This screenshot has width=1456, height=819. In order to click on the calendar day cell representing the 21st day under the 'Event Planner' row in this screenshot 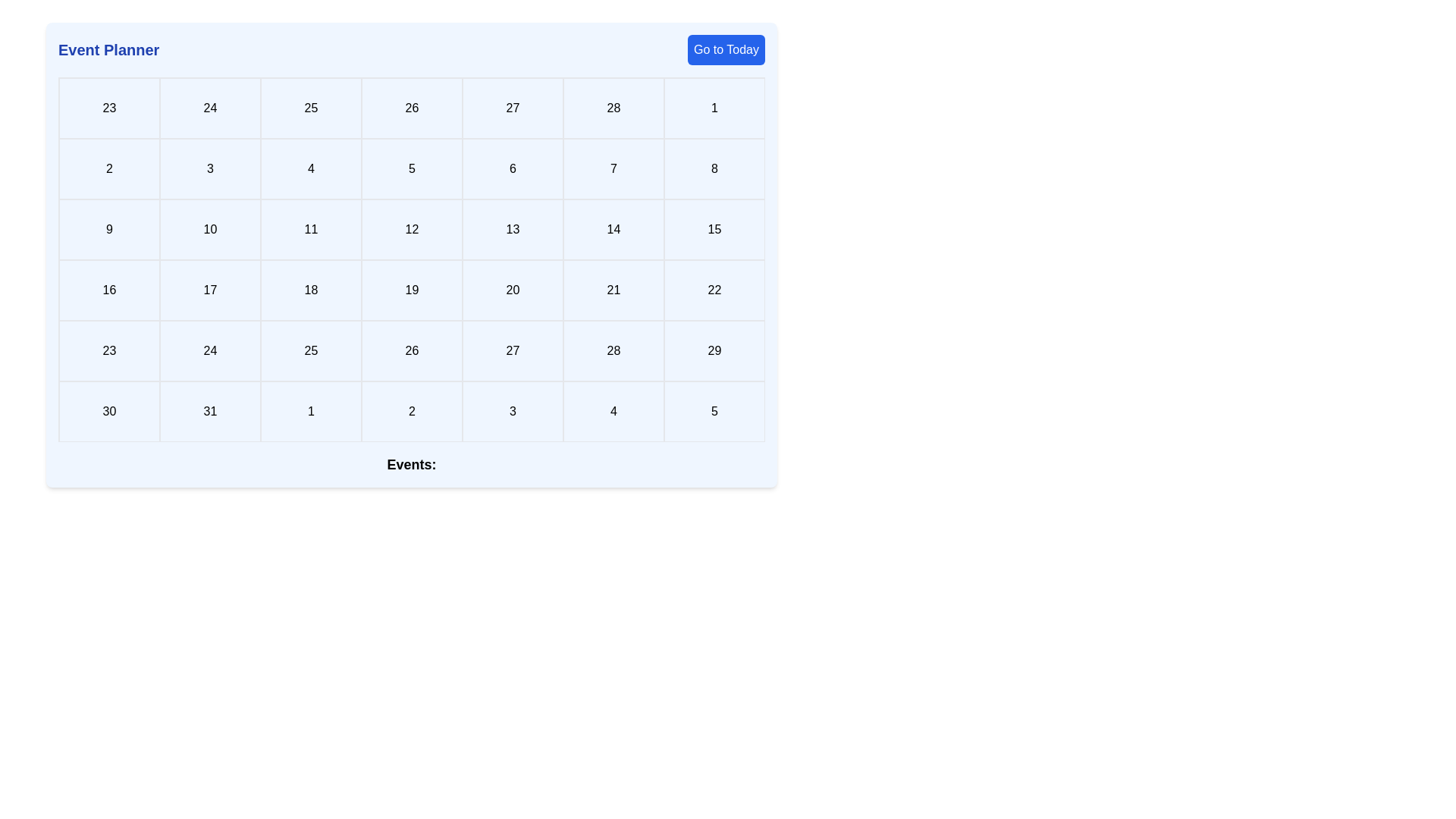, I will do `click(613, 290)`.